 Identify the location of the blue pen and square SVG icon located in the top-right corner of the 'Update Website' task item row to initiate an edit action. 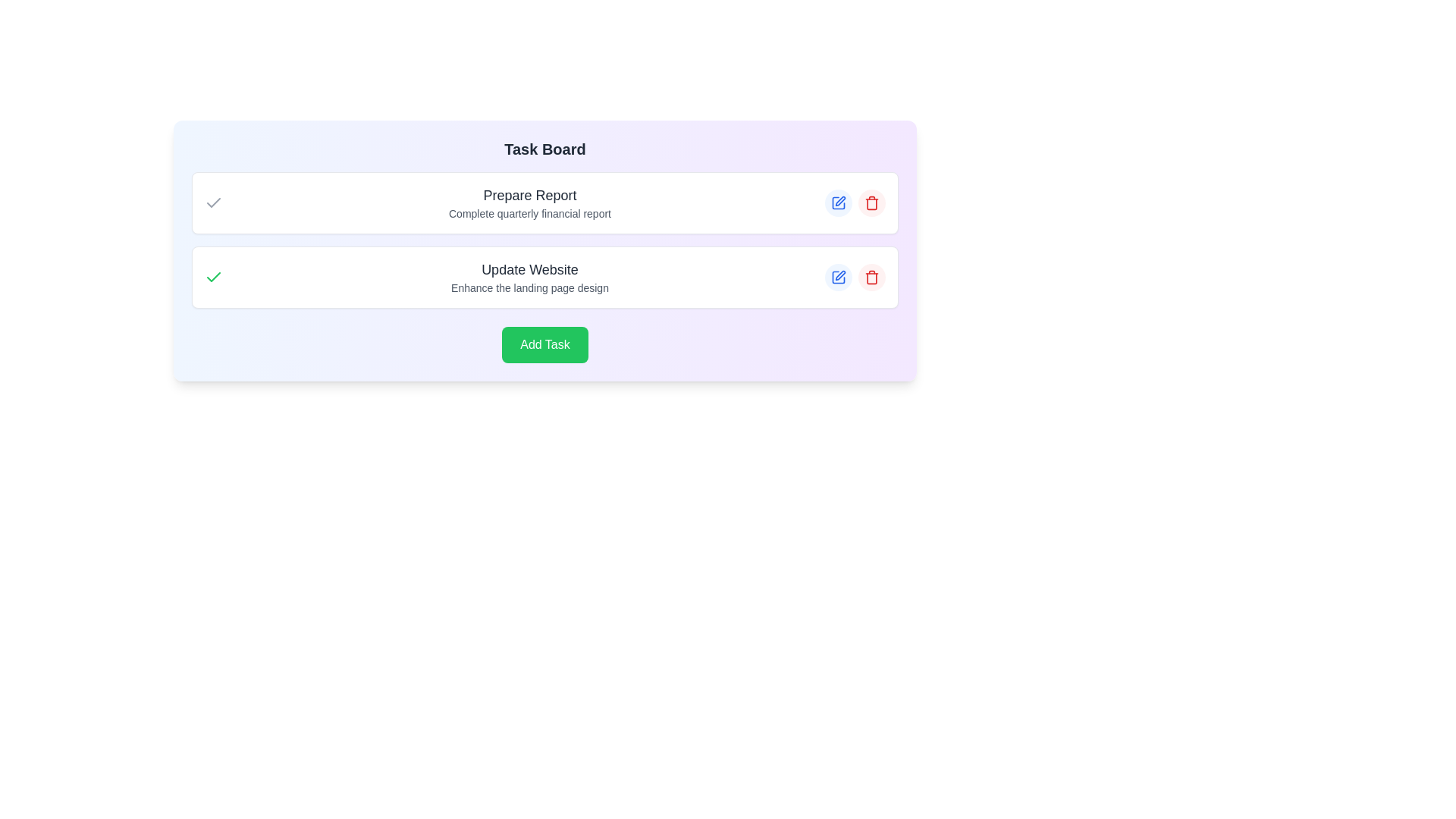
(837, 202).